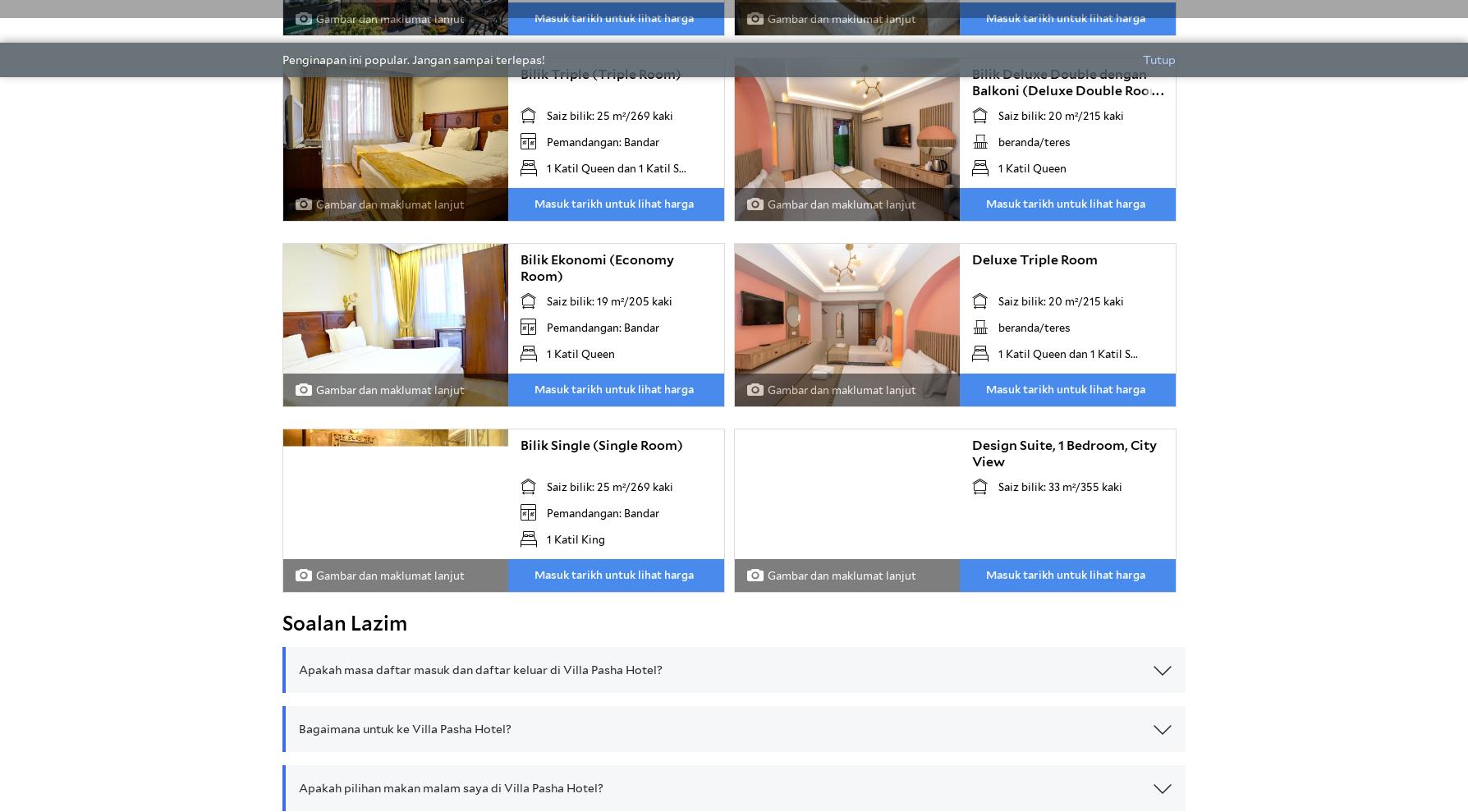 The image size is (1468, 812). I want to click on '...', so click(1150, 89).